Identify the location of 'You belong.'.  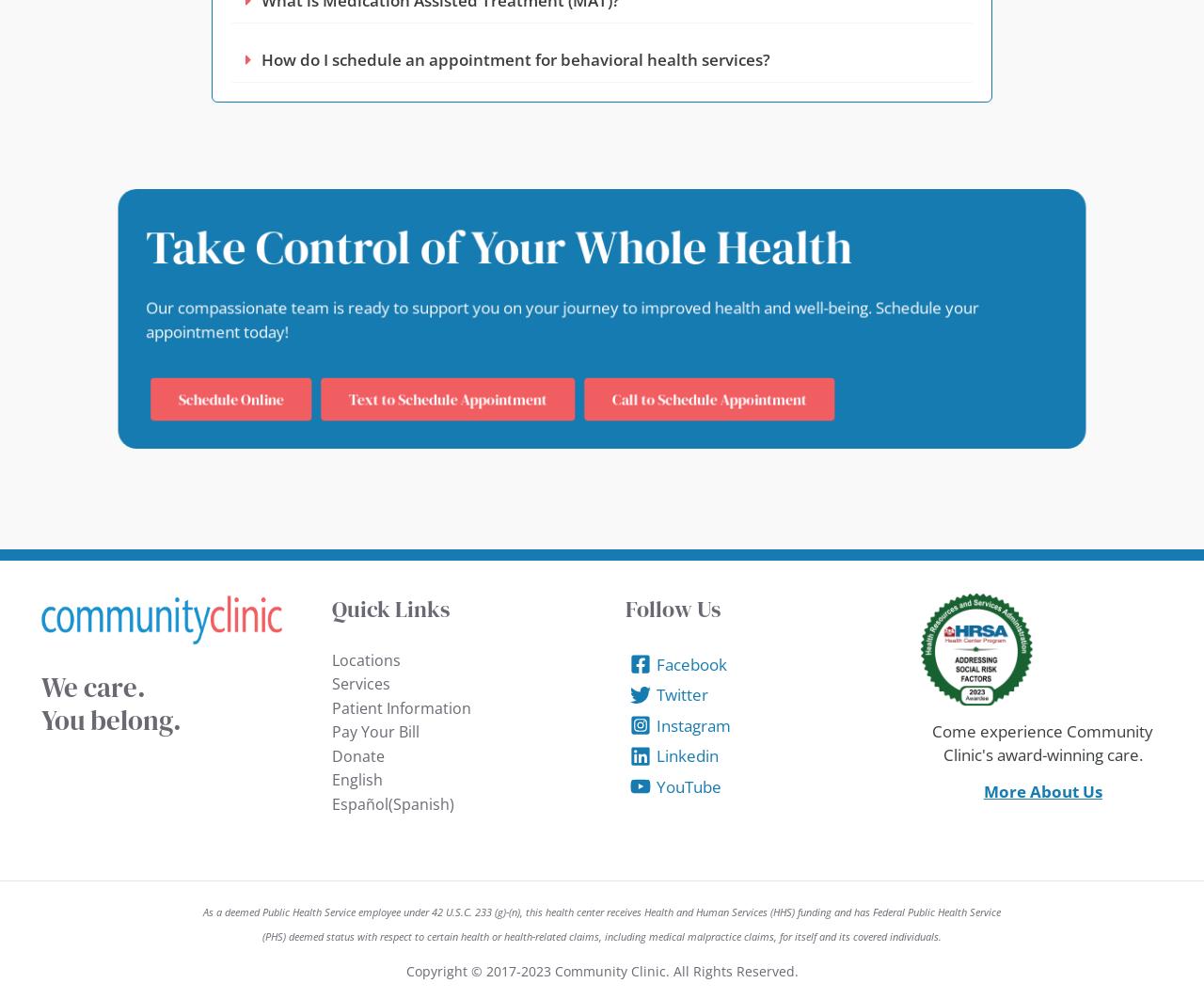
(41, 719).